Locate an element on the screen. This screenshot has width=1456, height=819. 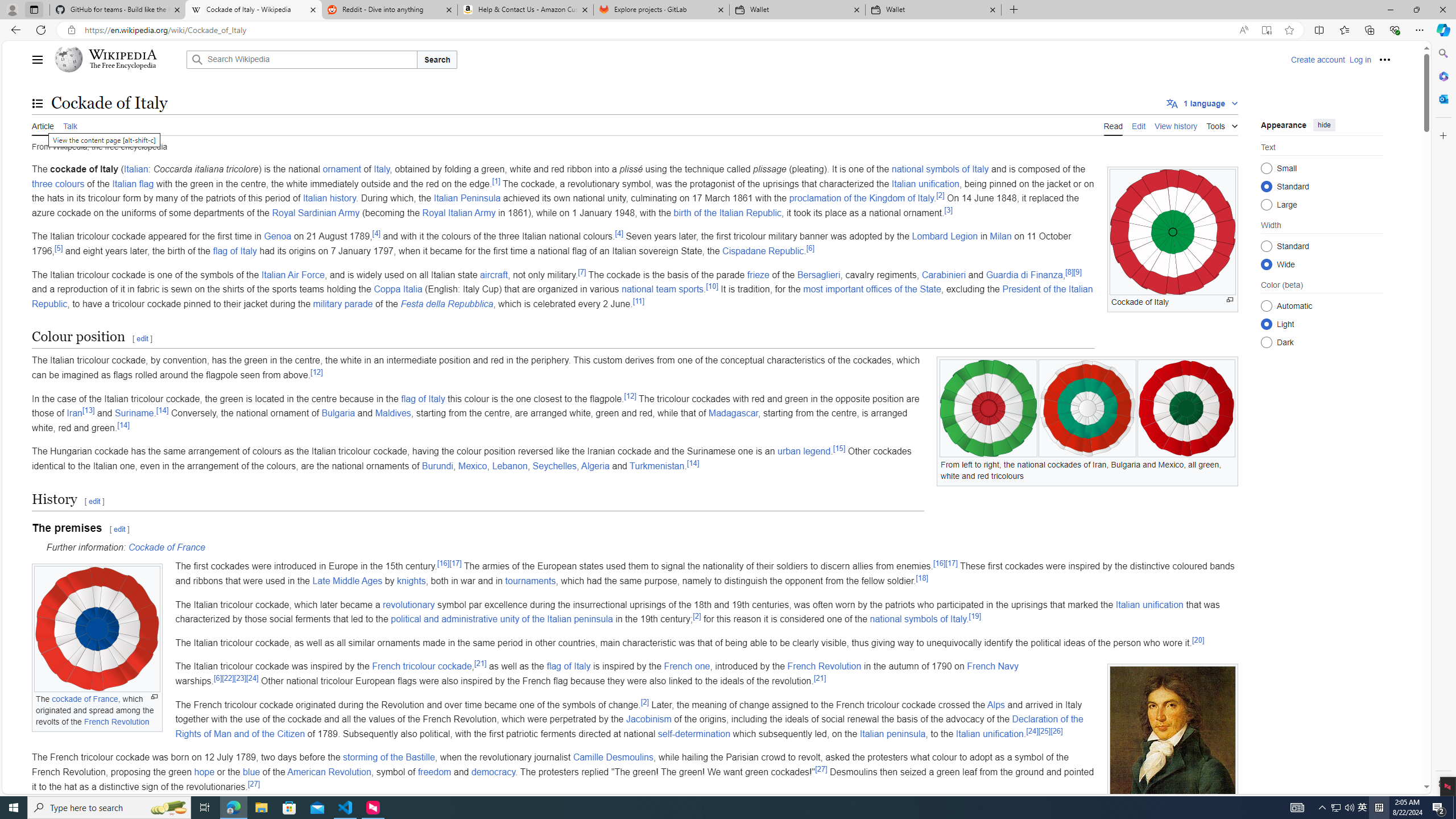
'[7]' is located at coordinates (582, 272).